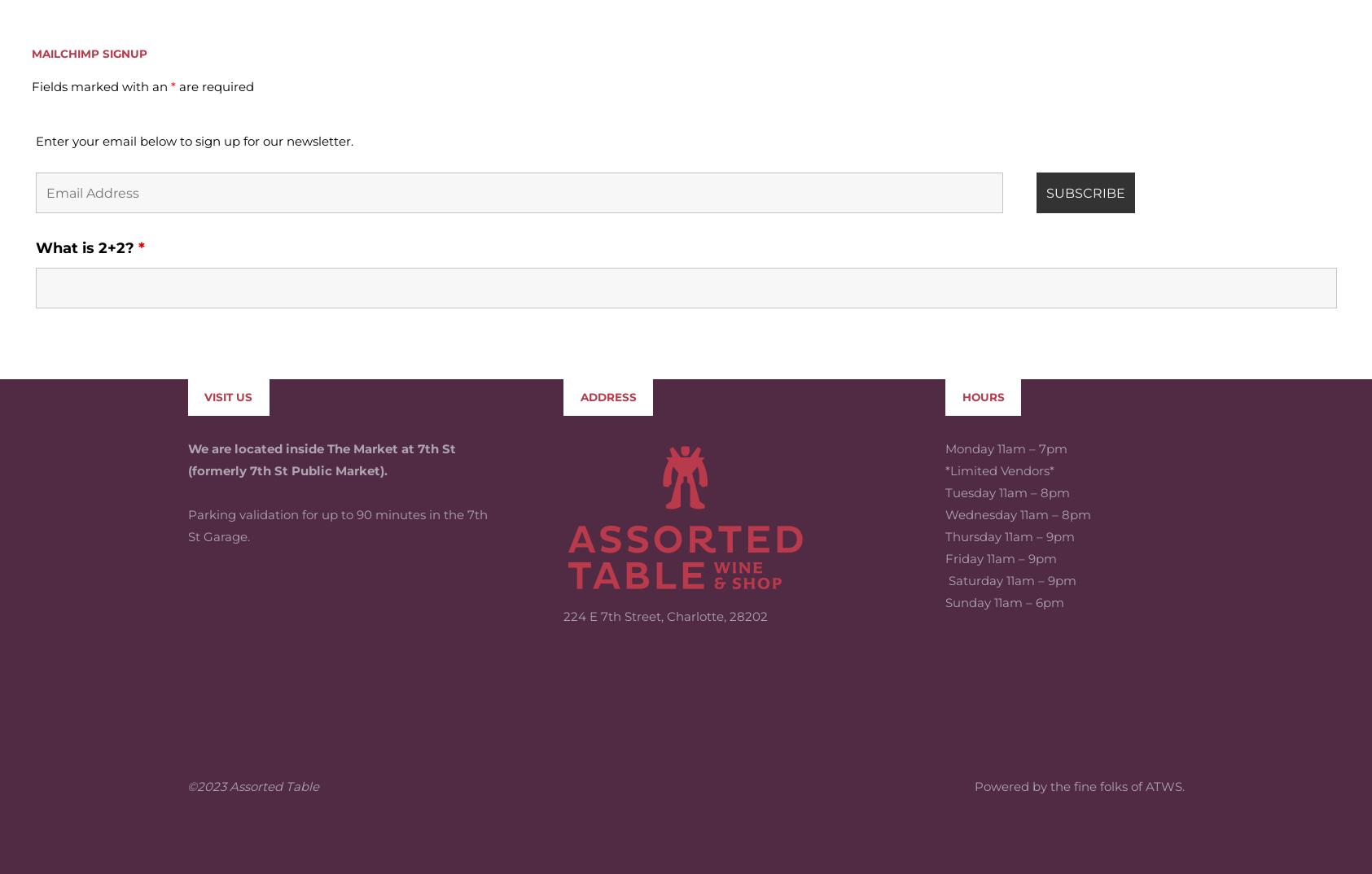 The width and height of the screenshot is (1372, 874). Describe the element at coordinates (33, 21) in the screenshot. I see `'Enter your email below to sign up for our newsletter.'` at that location.